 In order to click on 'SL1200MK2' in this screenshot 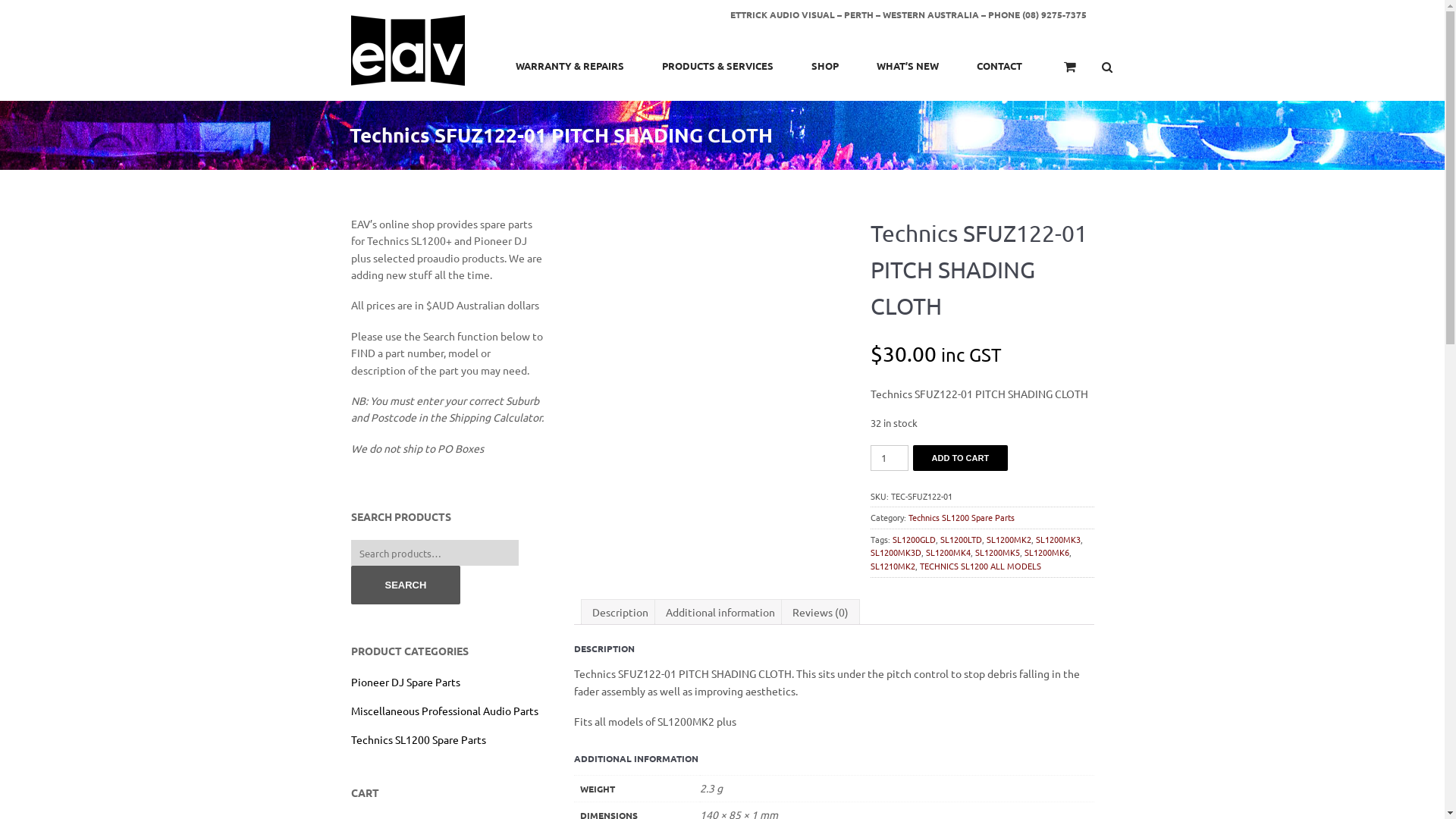, I will do `click(1009, 538)`.